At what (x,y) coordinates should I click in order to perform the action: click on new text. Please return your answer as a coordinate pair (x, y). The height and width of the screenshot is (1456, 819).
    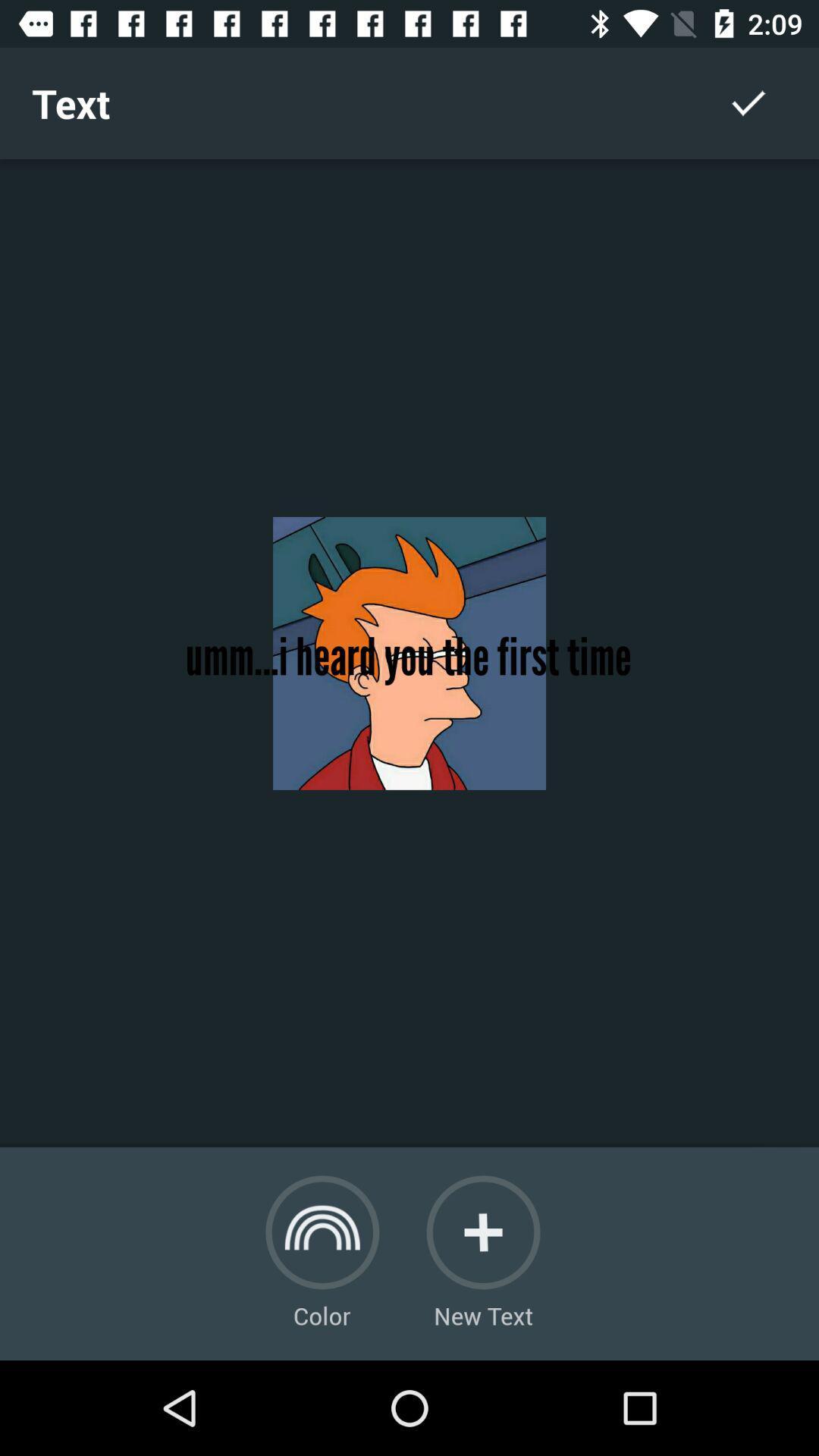
    Looking at the image, I should click on (483, 1232).